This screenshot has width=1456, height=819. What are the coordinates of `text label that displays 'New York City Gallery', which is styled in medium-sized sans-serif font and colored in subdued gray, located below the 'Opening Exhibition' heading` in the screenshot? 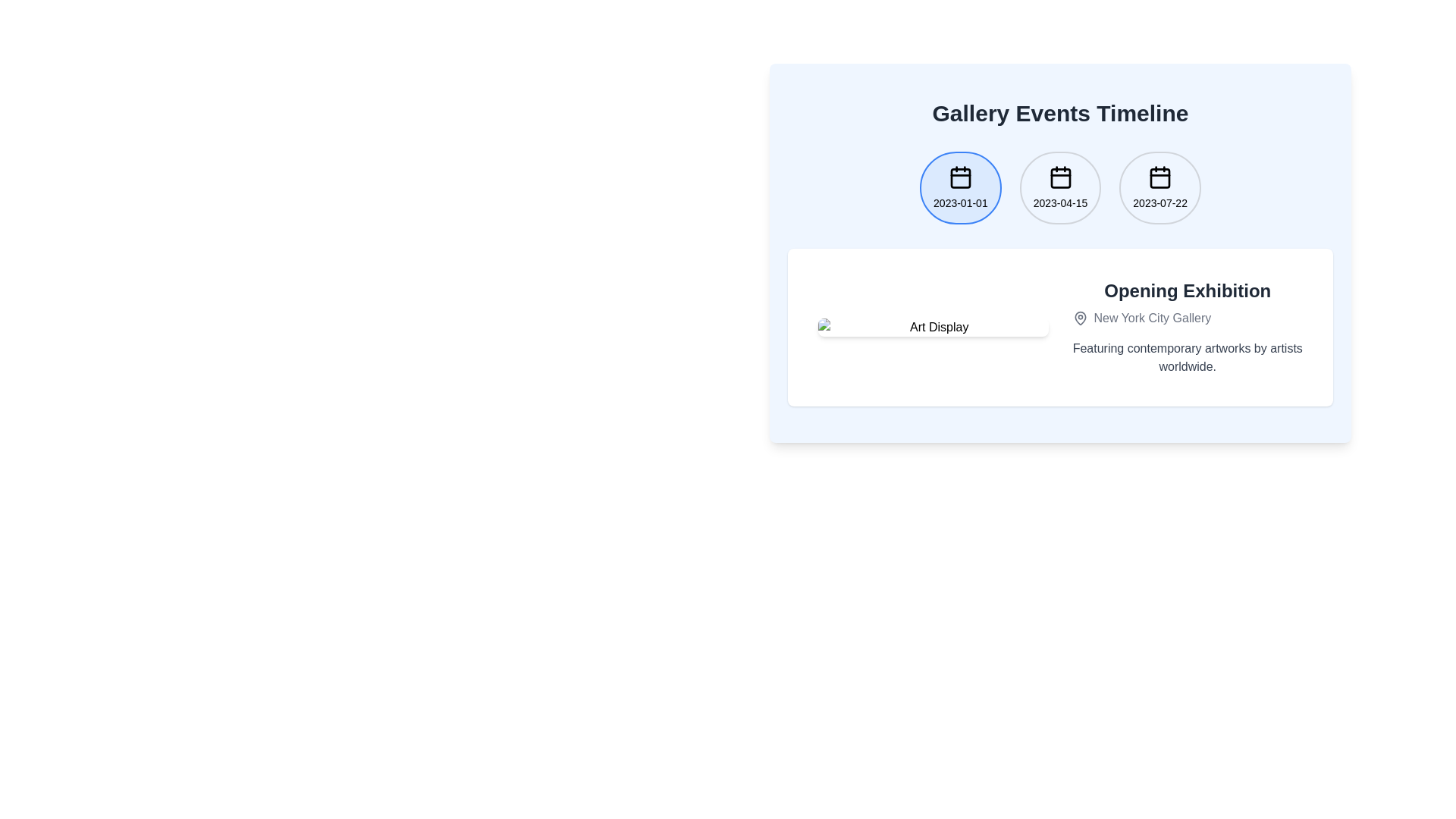 It's located at (1152, 318).